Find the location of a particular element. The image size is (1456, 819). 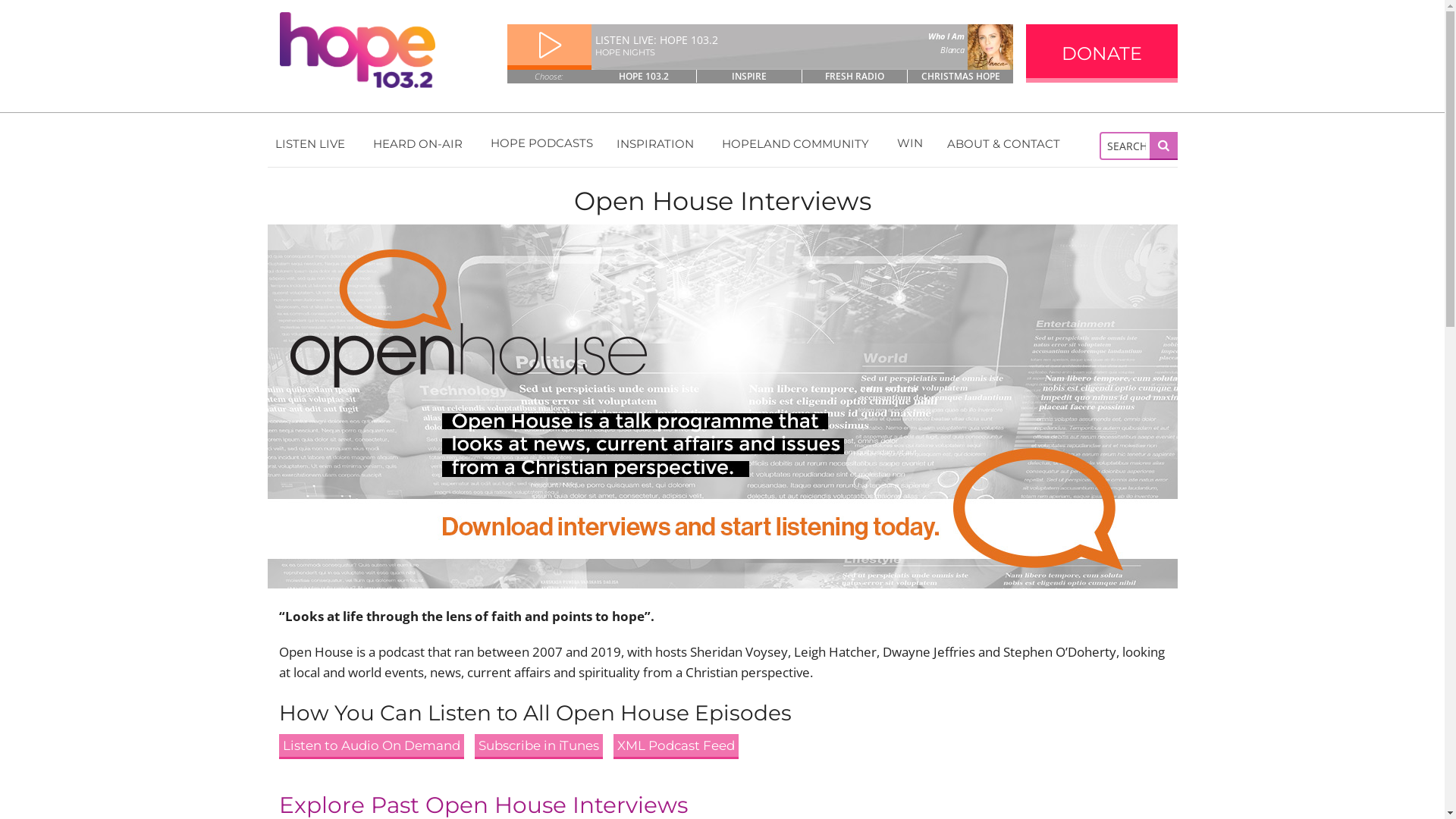

'INSPIRE' is located at coordinates (749, 76).